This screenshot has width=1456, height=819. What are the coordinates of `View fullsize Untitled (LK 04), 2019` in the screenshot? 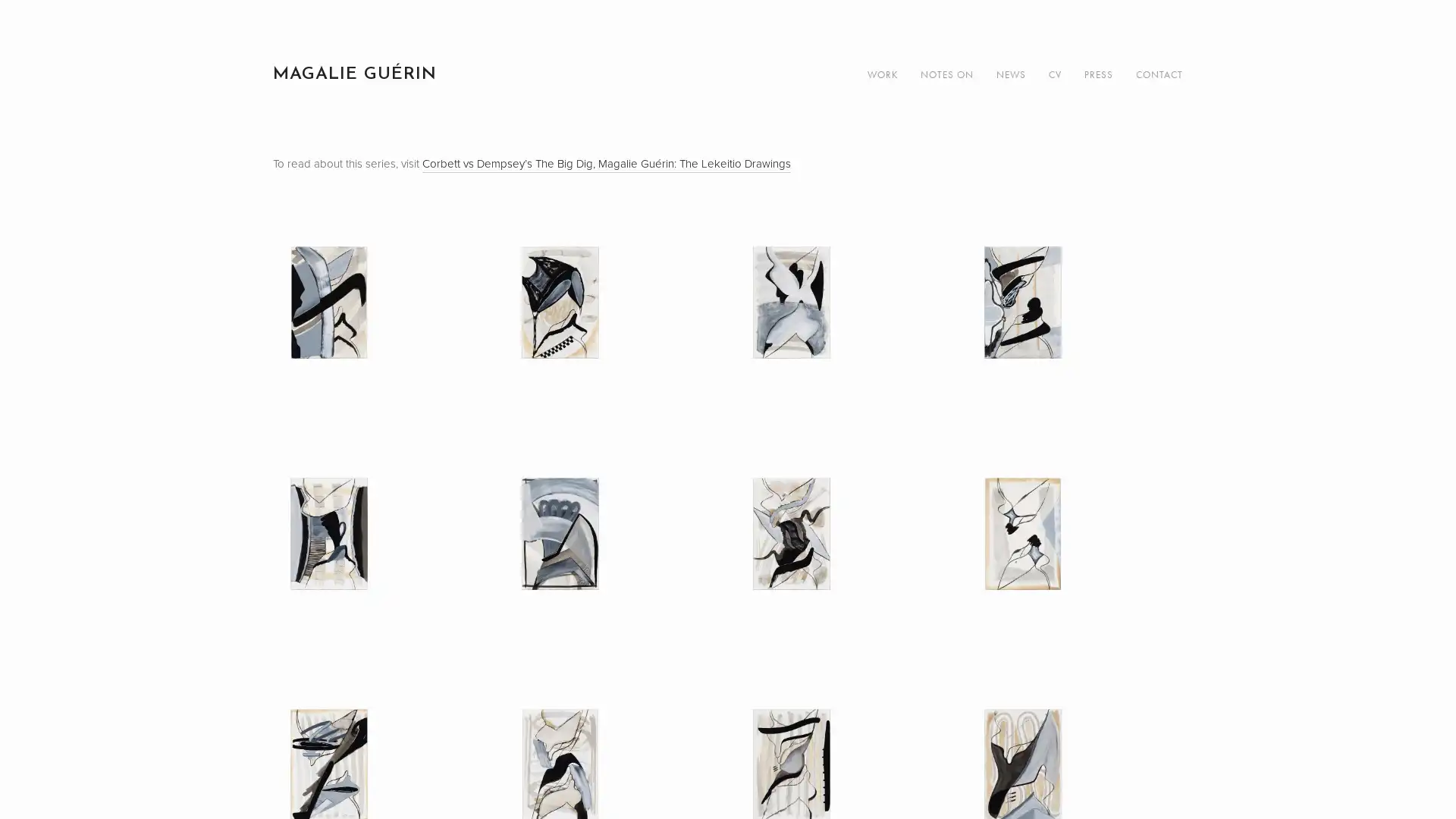 It's located at (1074, 354).